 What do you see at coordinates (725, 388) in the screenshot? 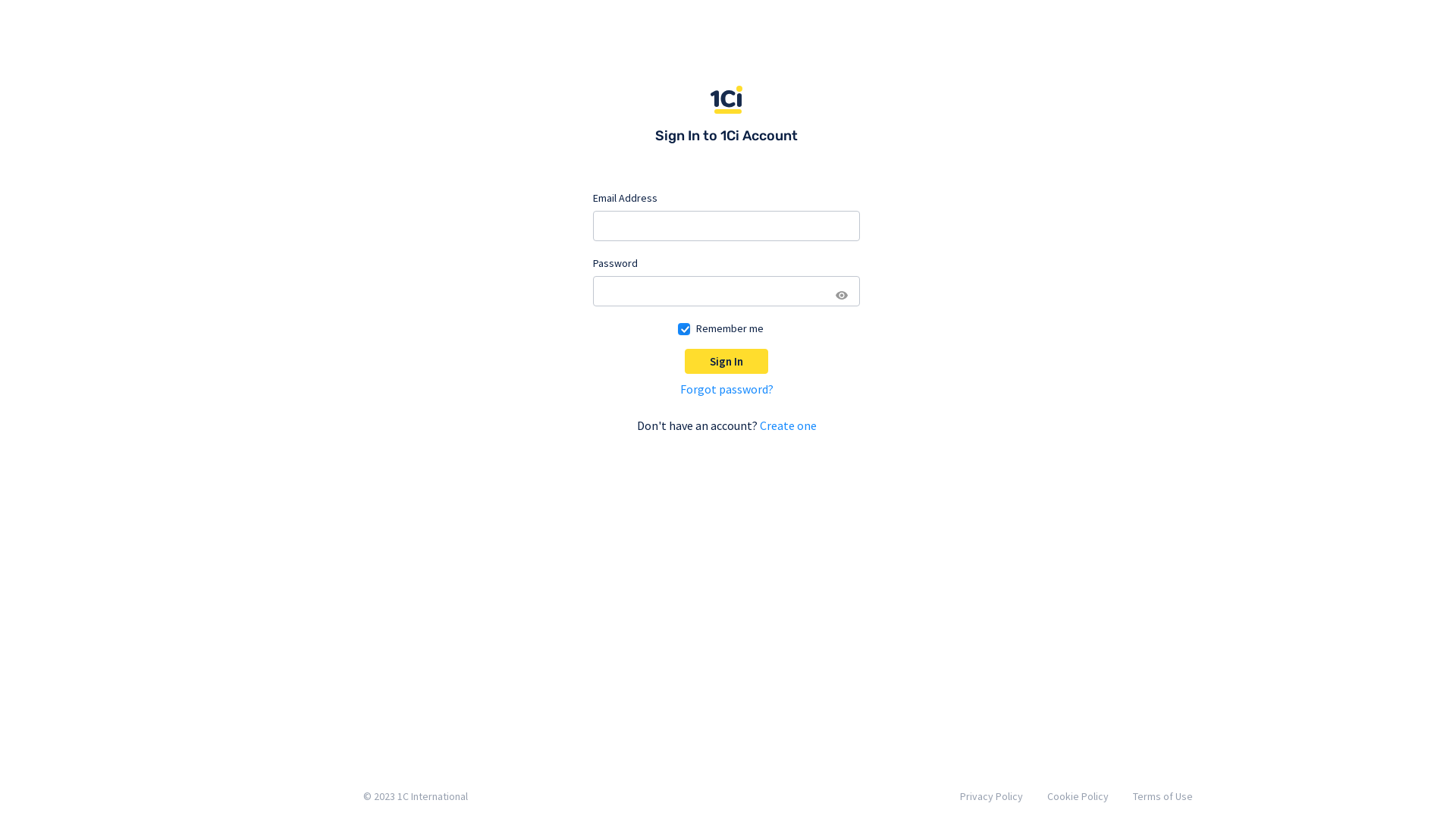
I see `'Forgot password?'` at bounding box center [725, 388].